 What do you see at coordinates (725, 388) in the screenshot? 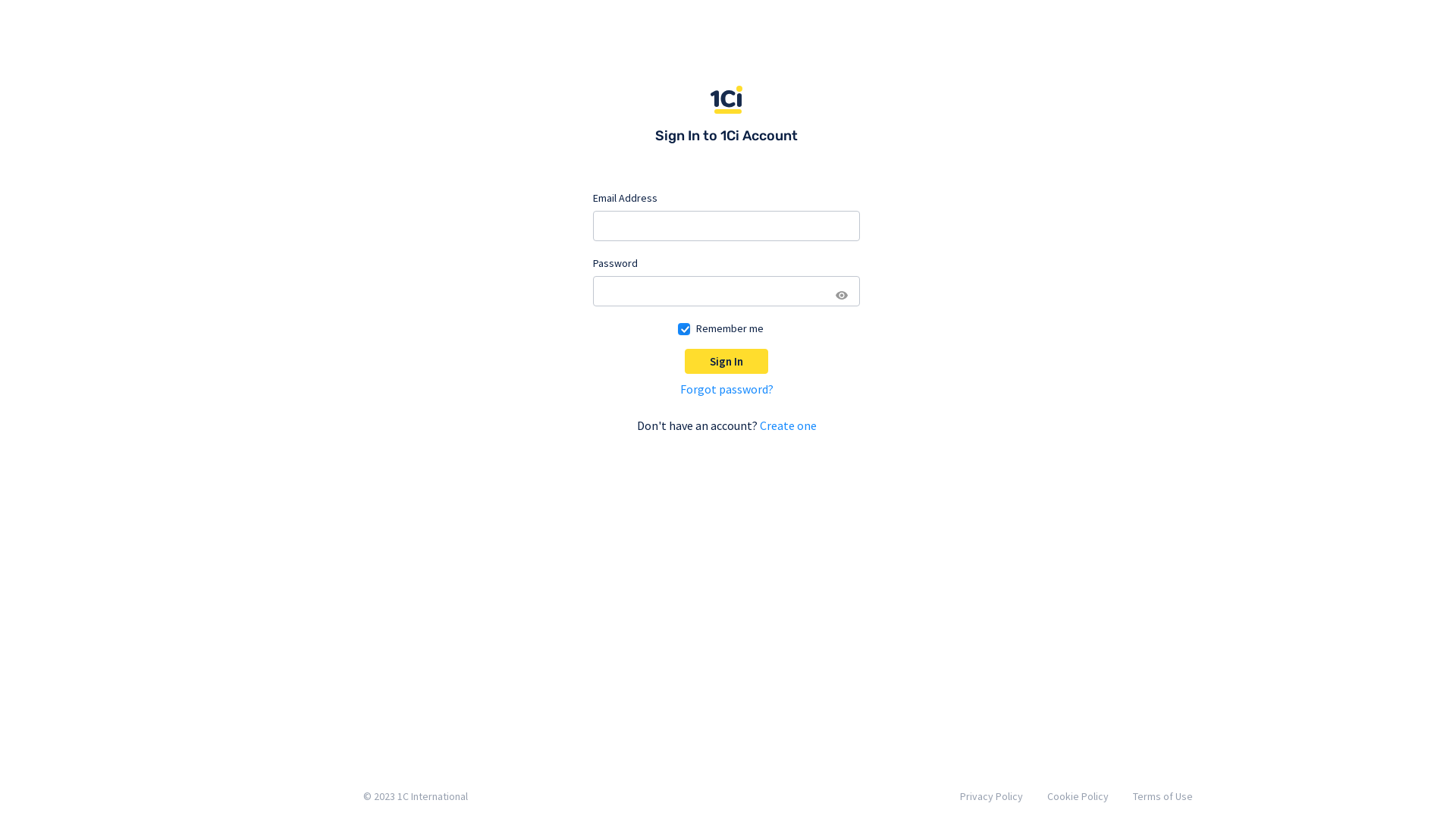
I see `'Forgot password?'` at bounding box center [725, 388].